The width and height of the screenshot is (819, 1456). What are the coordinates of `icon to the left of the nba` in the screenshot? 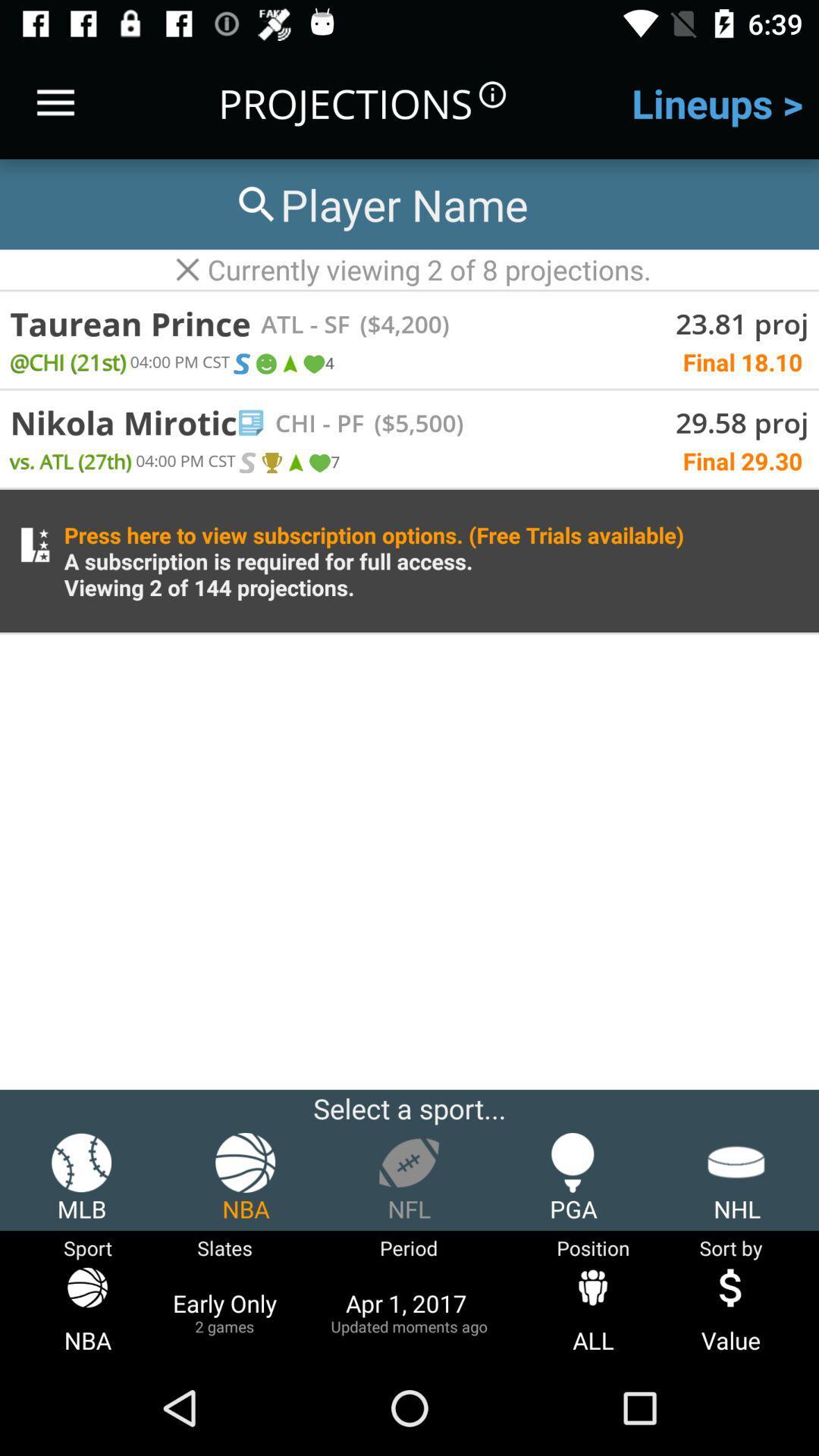 It's located at (82, 1178).